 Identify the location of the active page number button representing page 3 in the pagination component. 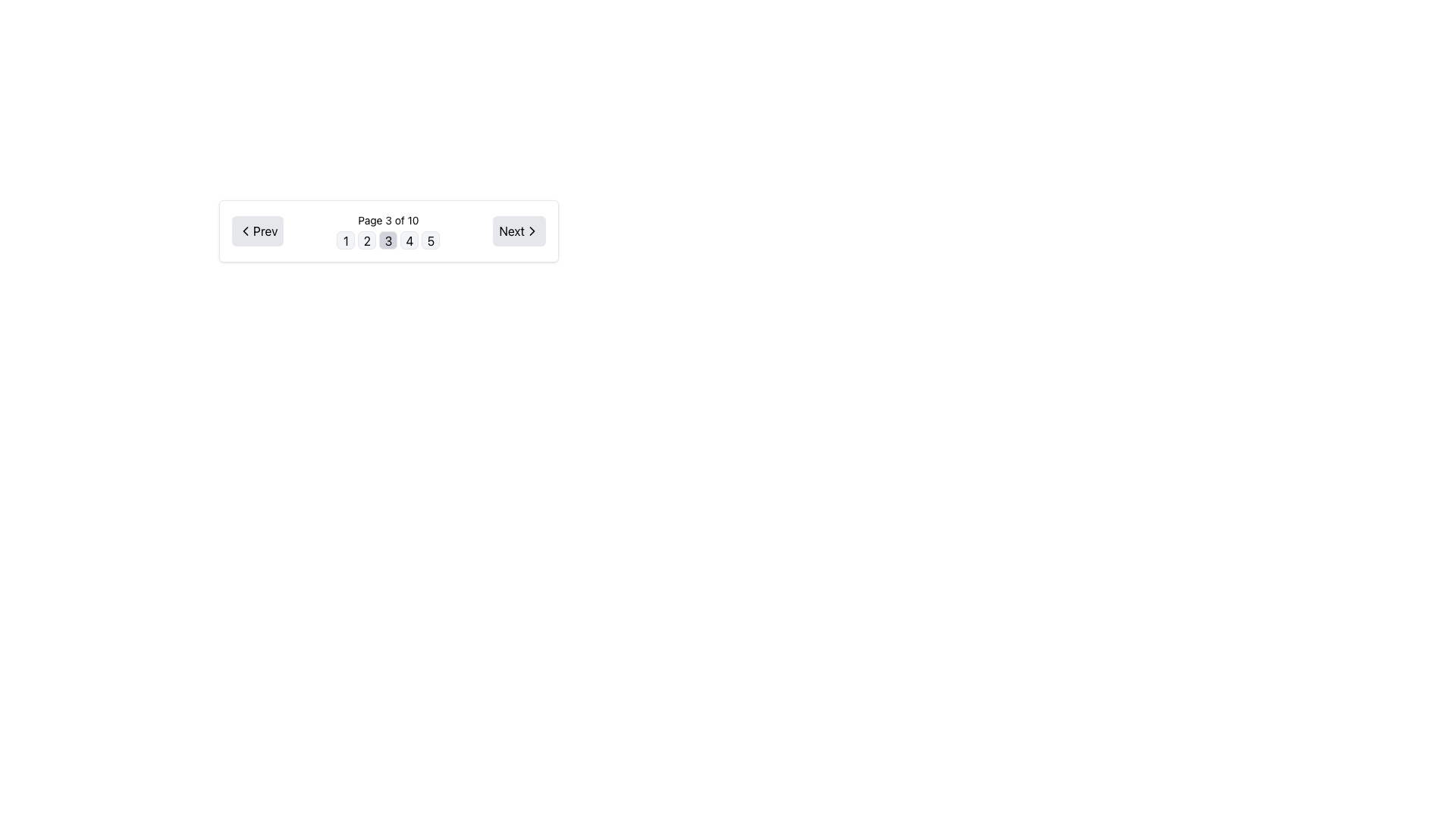
(388, 239).